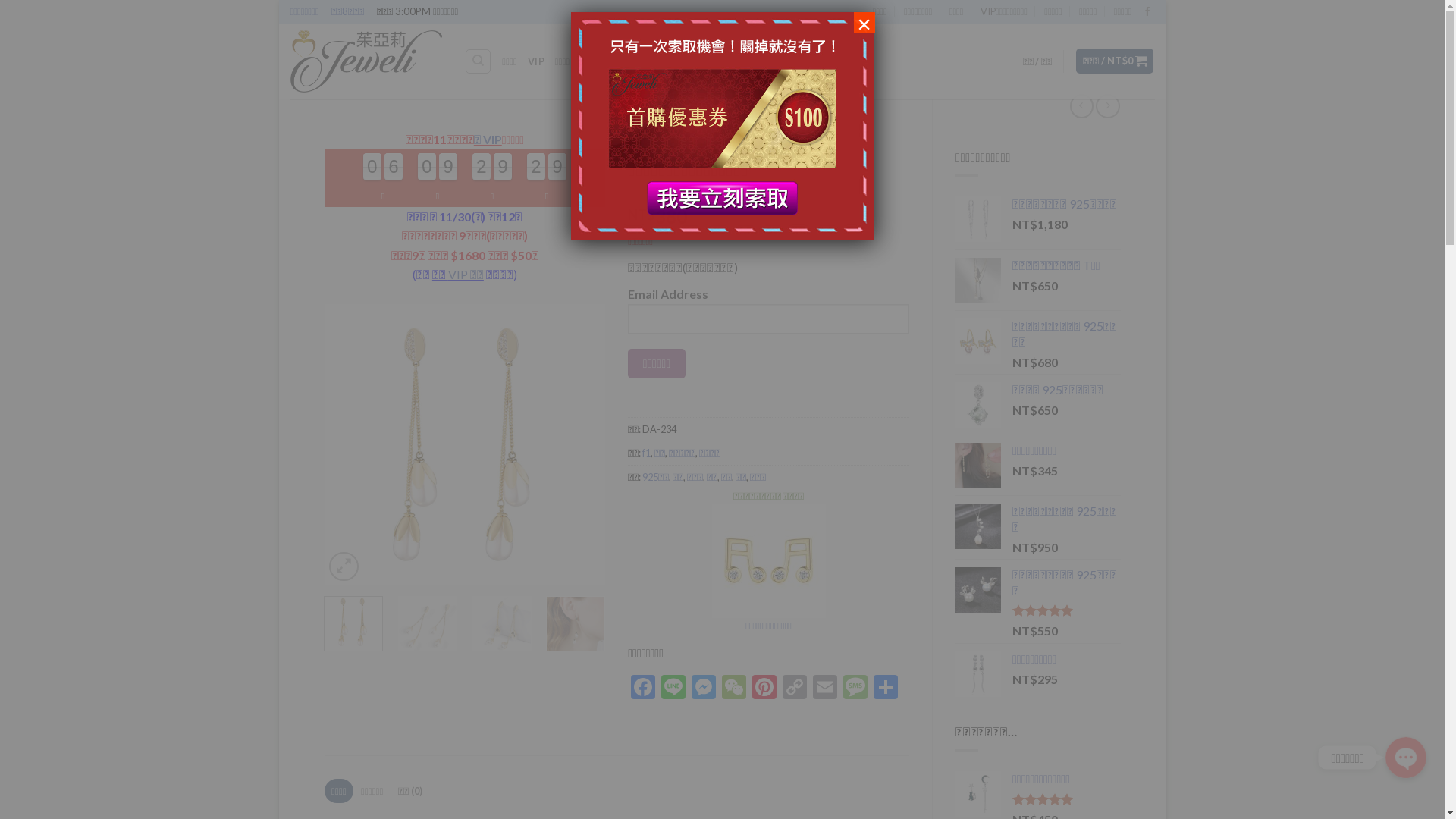  I want to click on 'Copy Link', so click(793, 688).